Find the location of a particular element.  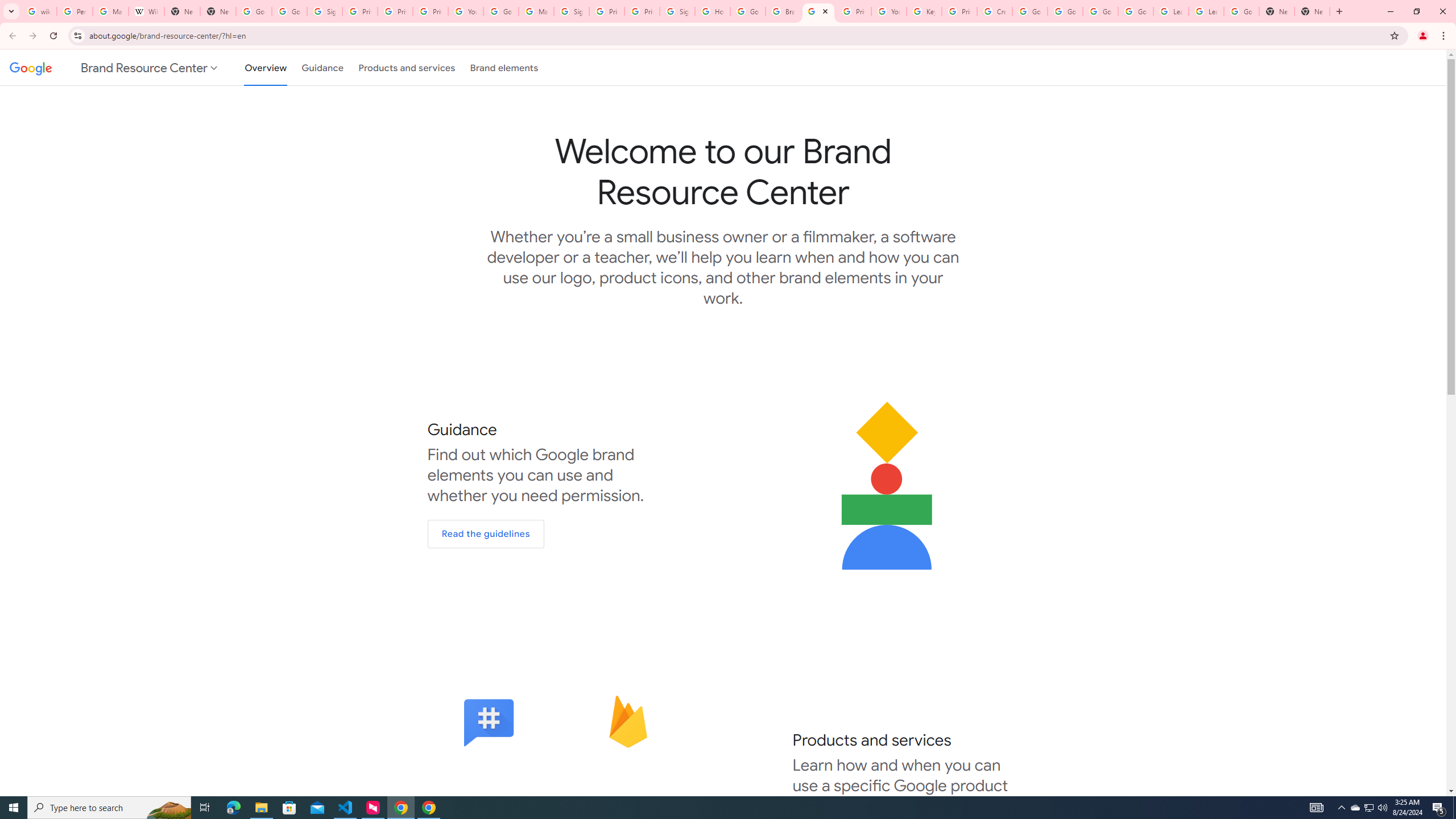

'Google Account Help' is located at coordinates (1029, 11).